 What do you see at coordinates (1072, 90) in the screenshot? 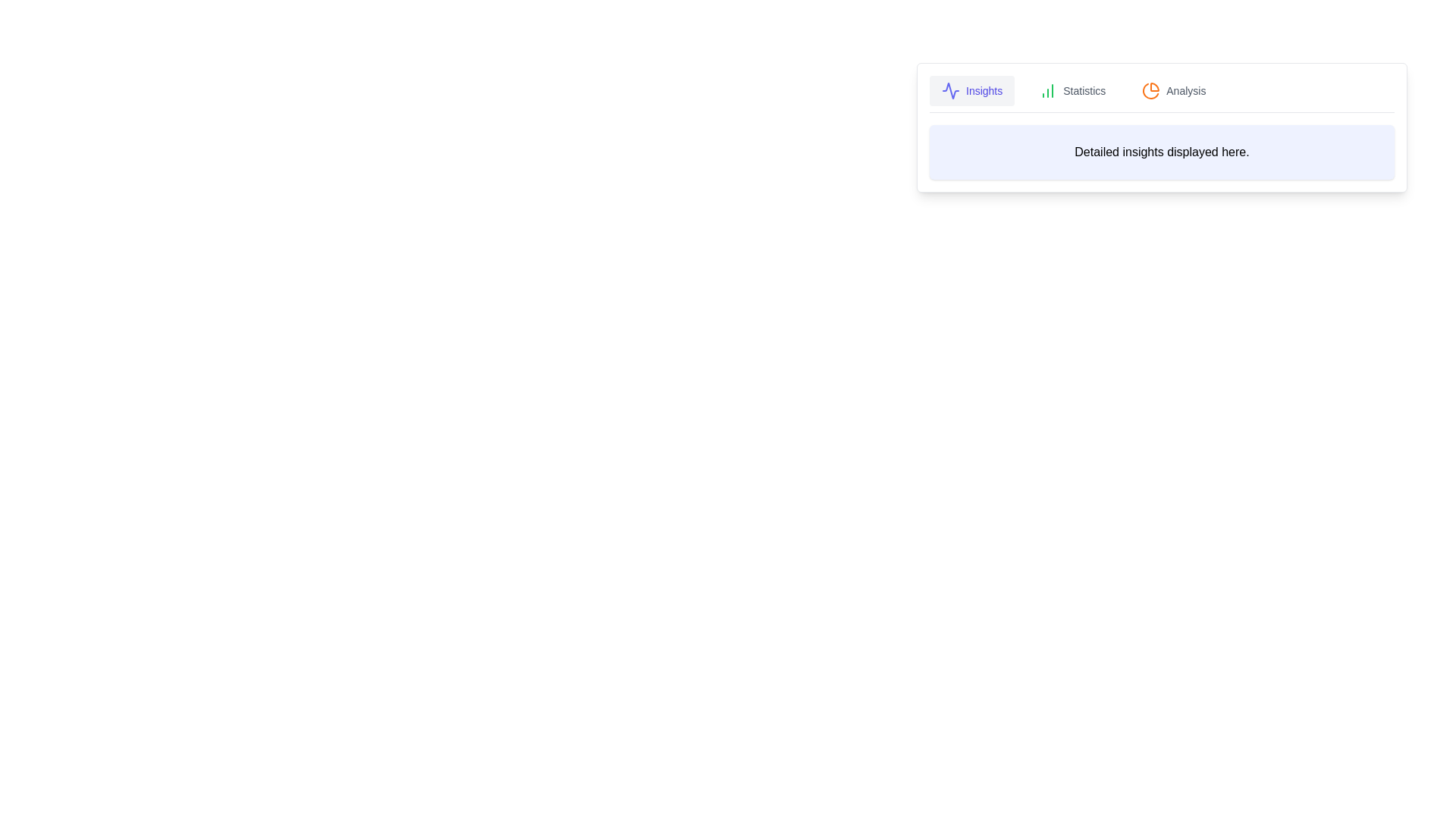
I see `the Statistics tab to view its content` at bounding box center [1072, 90].